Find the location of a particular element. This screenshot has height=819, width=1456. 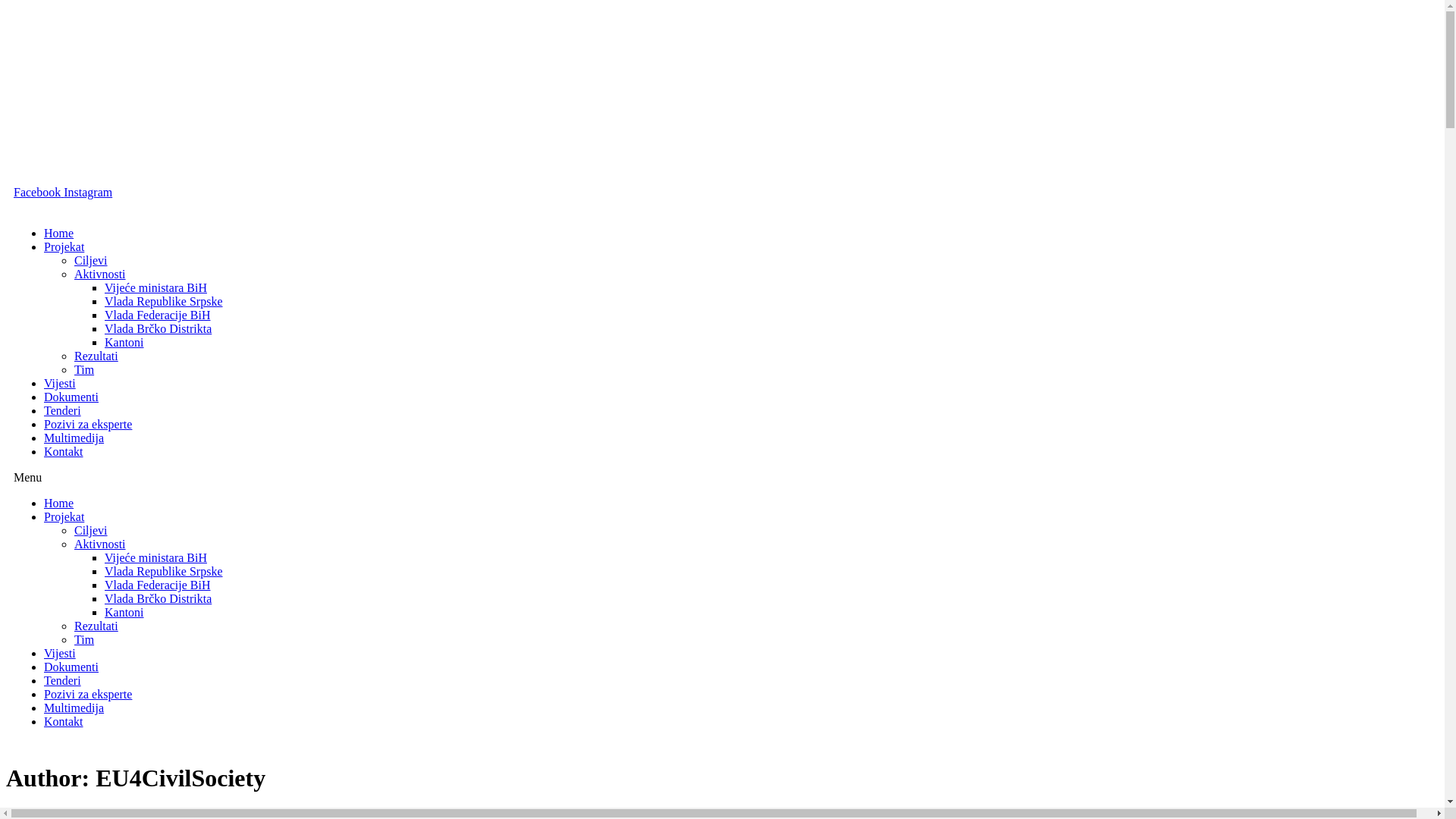

'Tenderi' is located at coordinates (61, 679).